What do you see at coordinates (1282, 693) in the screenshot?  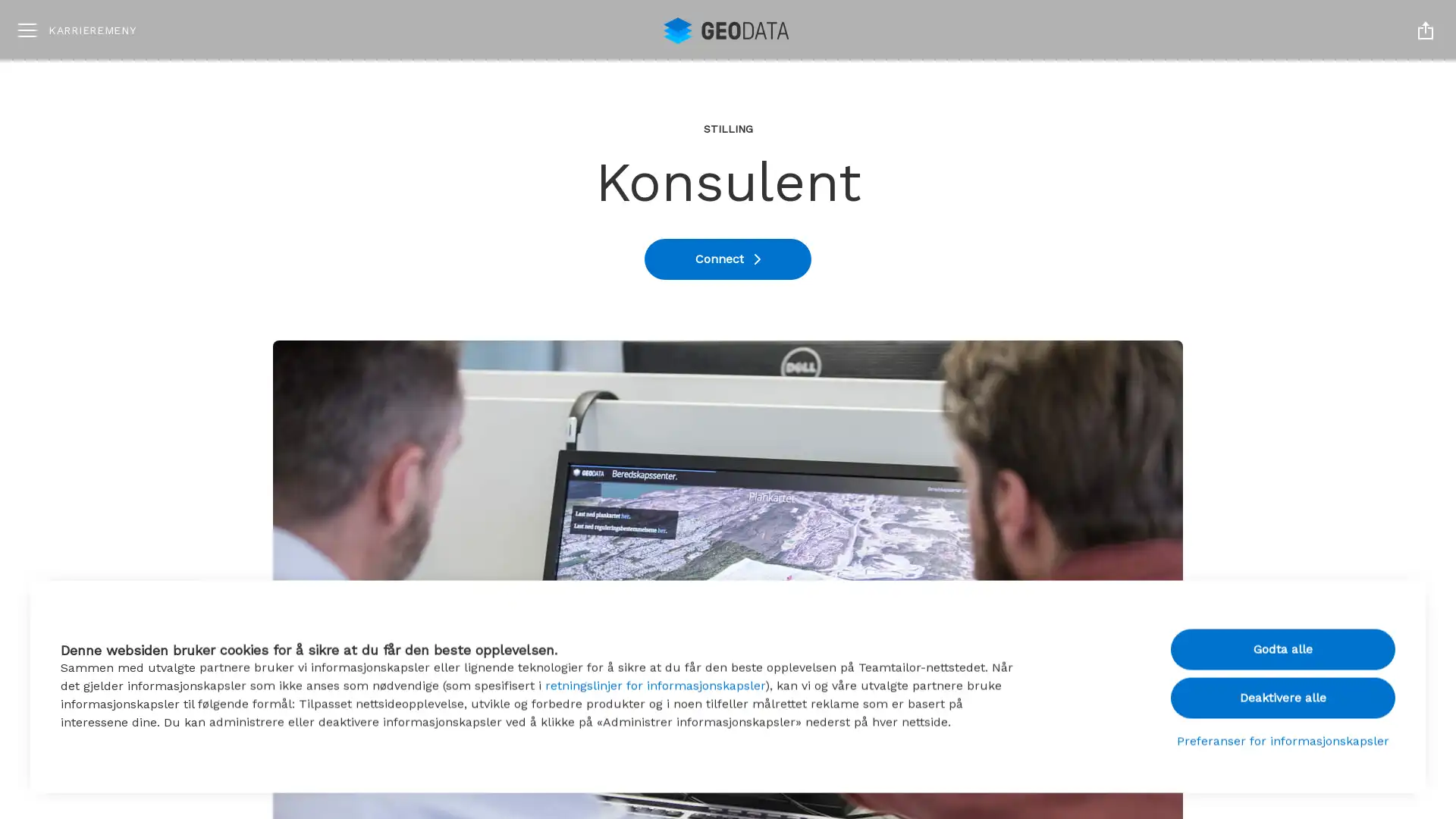 I see `Deaktivere alle` at bounding box center [1282, 693].